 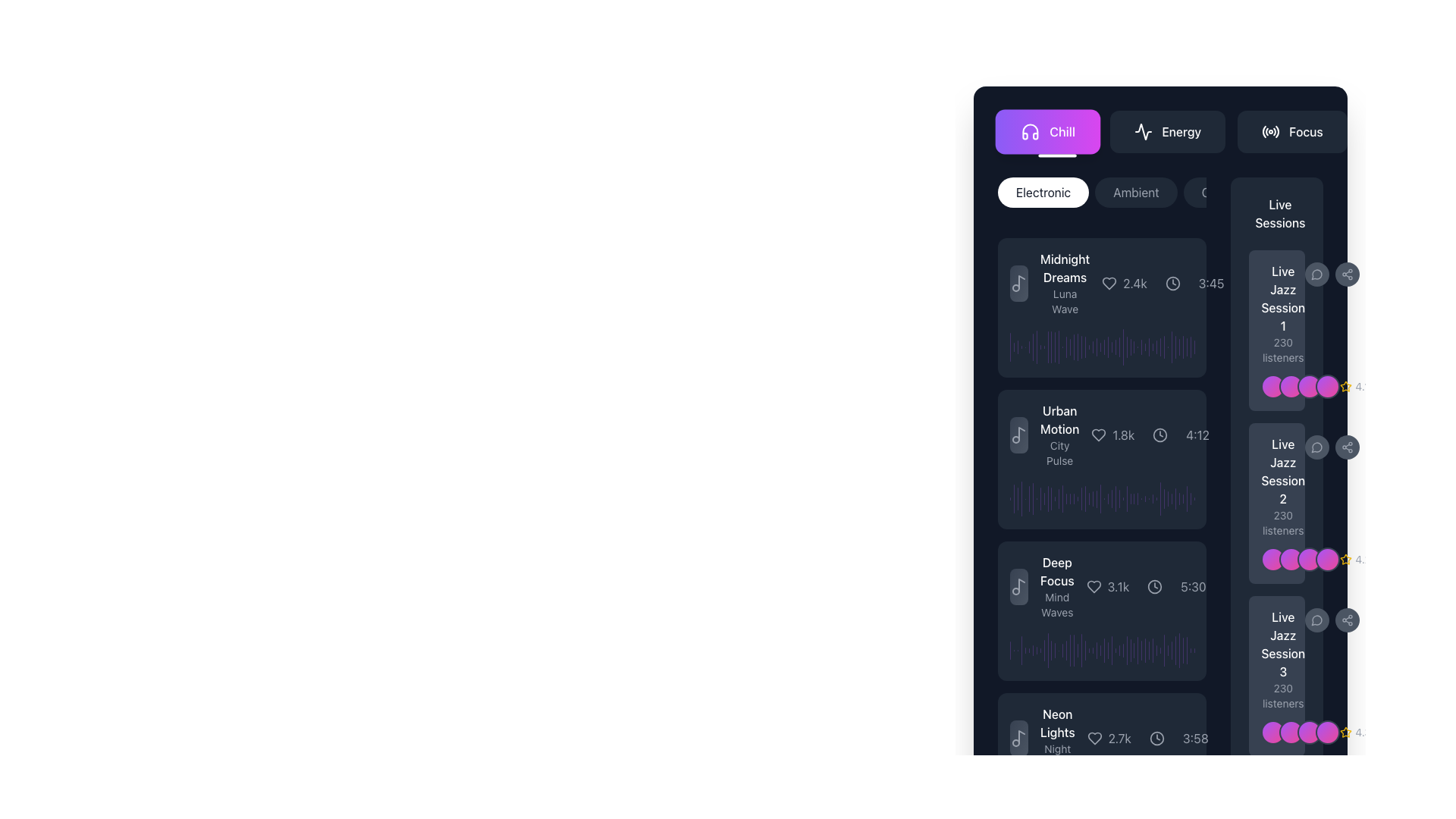 What do you see at coordinates (1348, 275) in the screenshot?
I see `the share button located in the bottom-right corner, positioned below a magnifying glass icon and above a shaded rating star symbol, to share the content` at bounding box center [1348, 275].